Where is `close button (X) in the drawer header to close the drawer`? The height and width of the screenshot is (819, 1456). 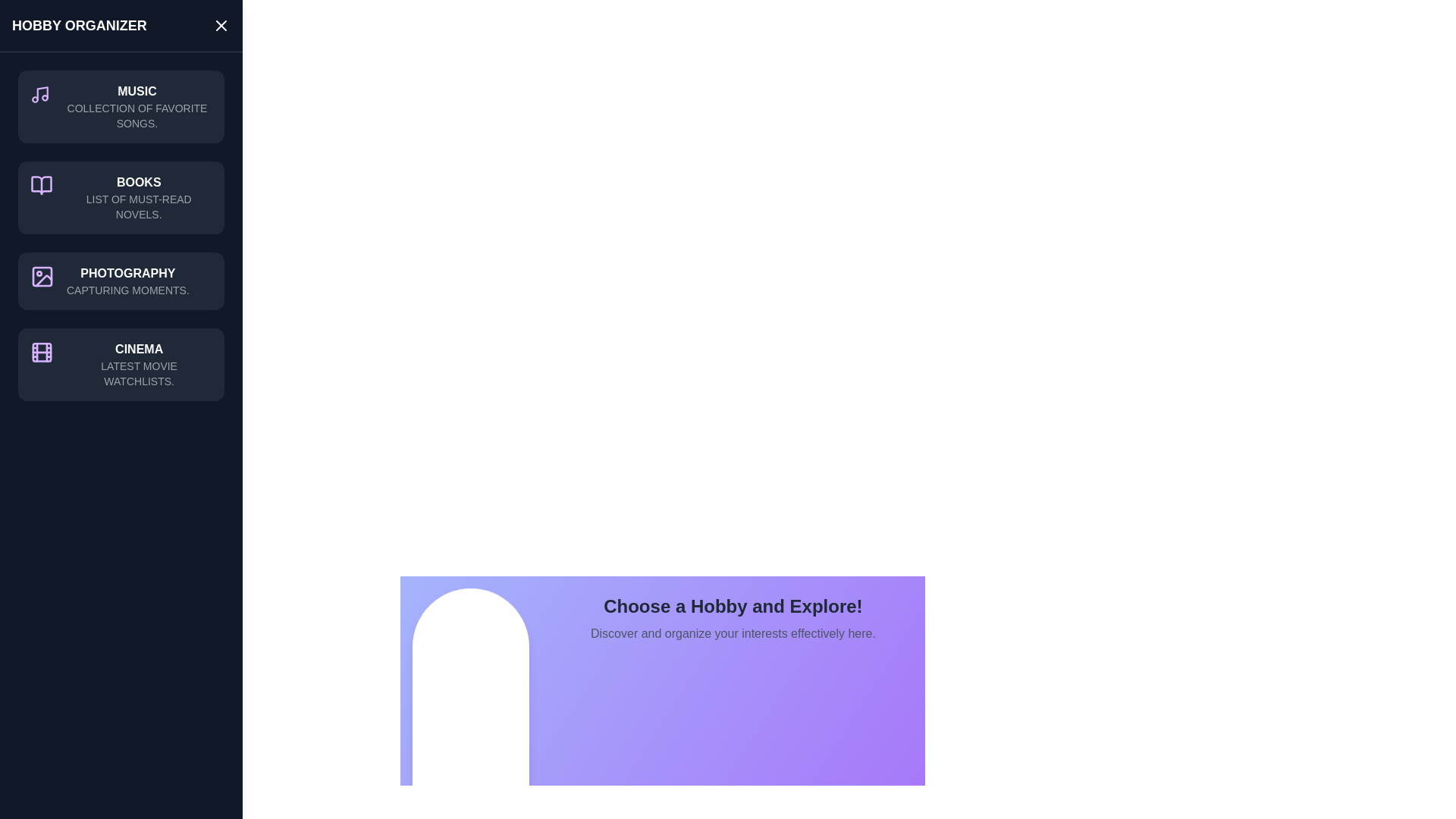 close button (X) in the drawer header to close the drawer is located at coordinates (221, 26).